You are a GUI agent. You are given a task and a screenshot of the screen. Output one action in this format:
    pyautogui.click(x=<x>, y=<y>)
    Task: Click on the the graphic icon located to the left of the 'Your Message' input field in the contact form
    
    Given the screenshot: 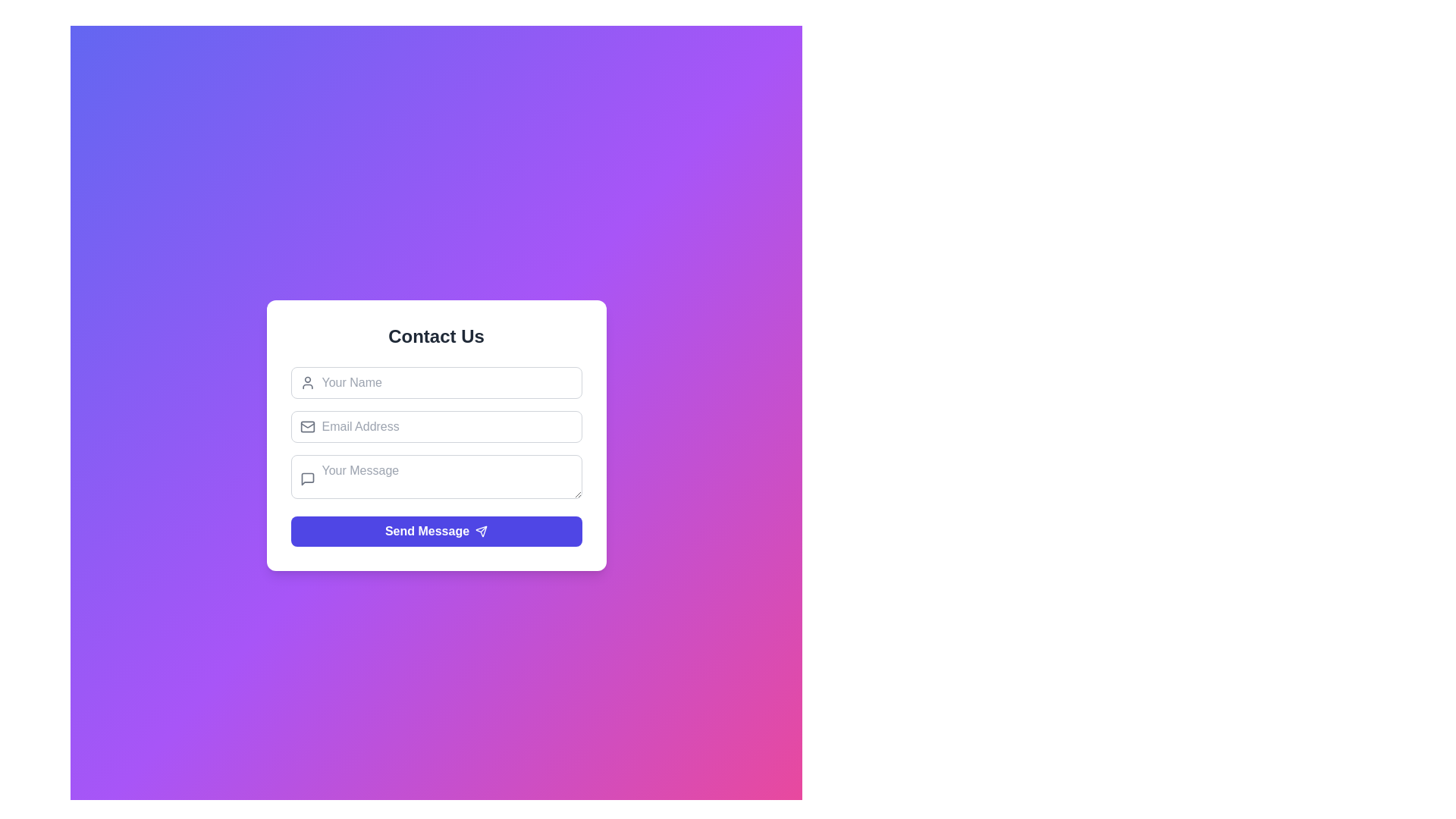 What is the action you would take?
    pyautogui.click(x=306, y=479)
    